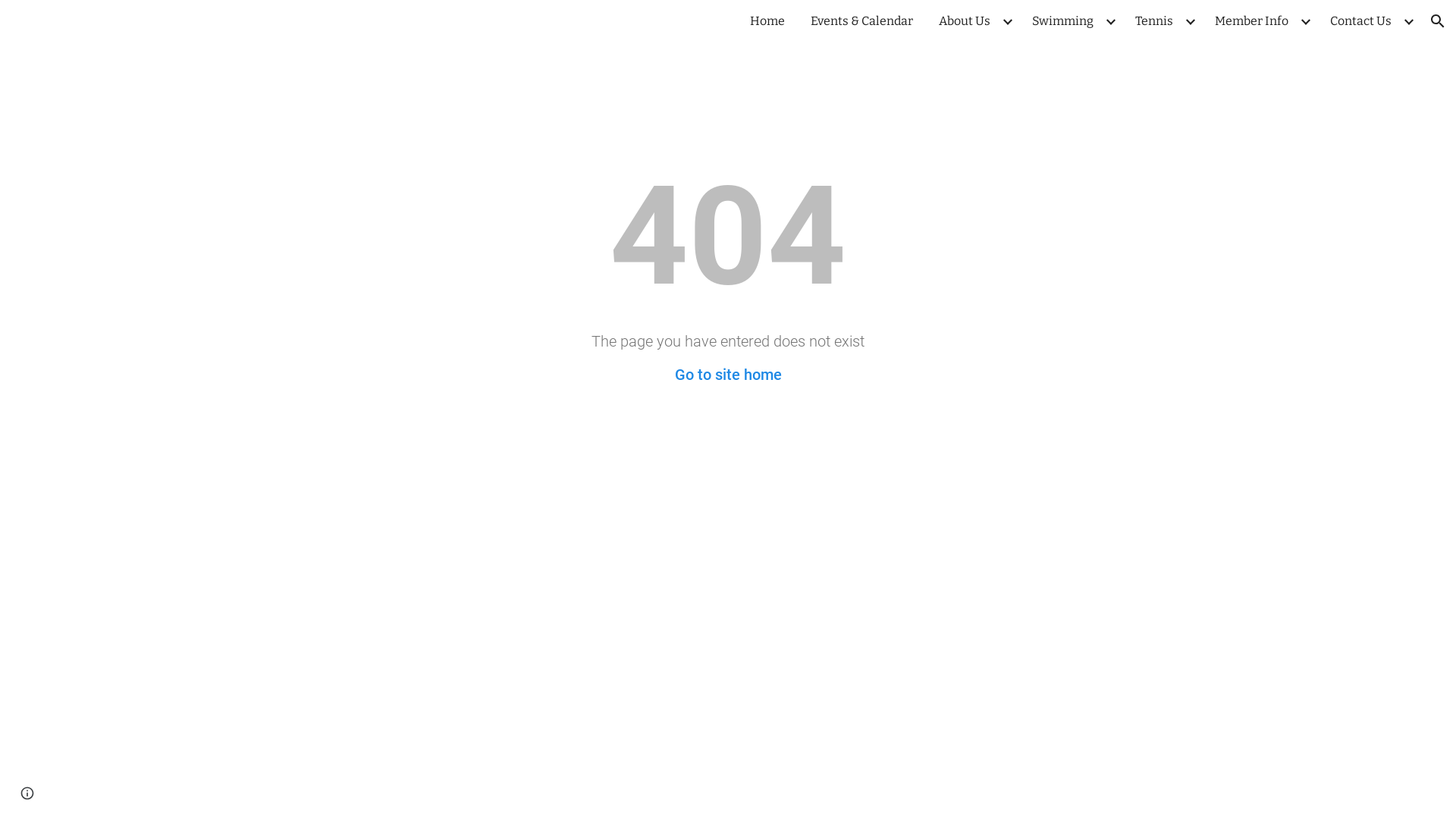 The width and height of the screenshot is (1456, 819). I want to click on 'Member Info', so click(1207, 20).